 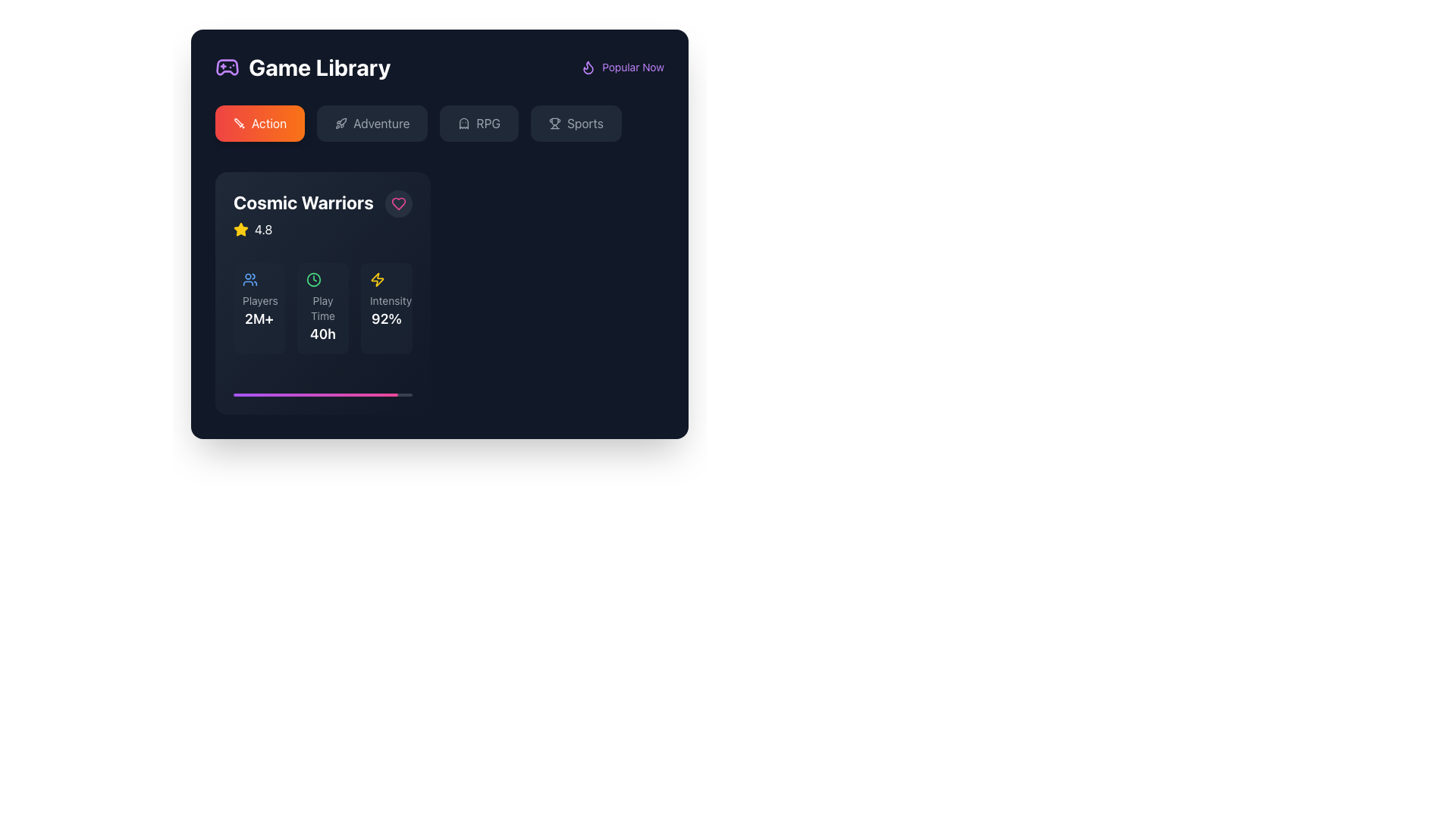 I want to click on the Text label displaying the title of the game 'Cosmic Warriors', so click(x=303, y=201).